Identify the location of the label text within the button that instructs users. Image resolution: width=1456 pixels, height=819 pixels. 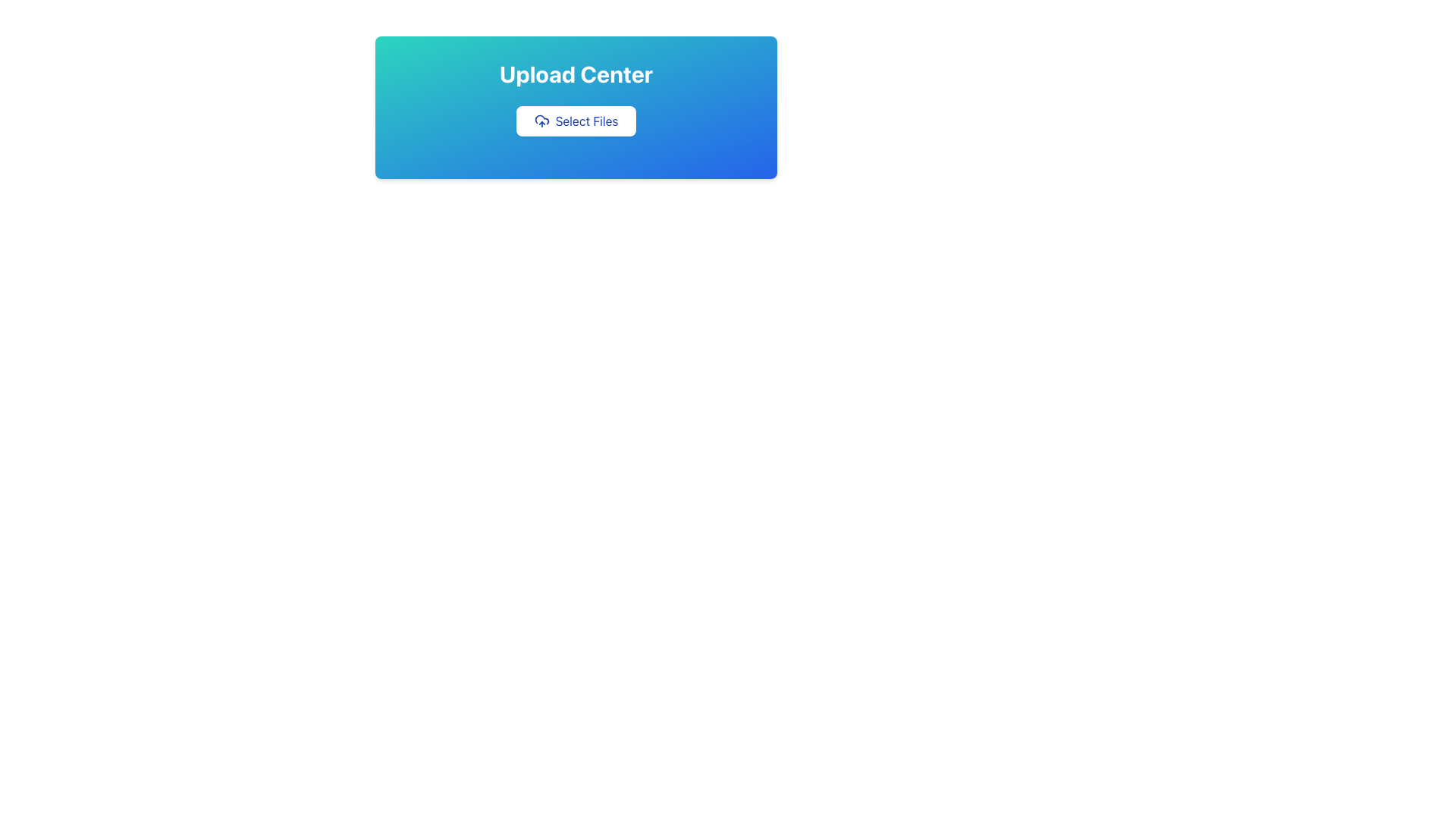
(585, 120).